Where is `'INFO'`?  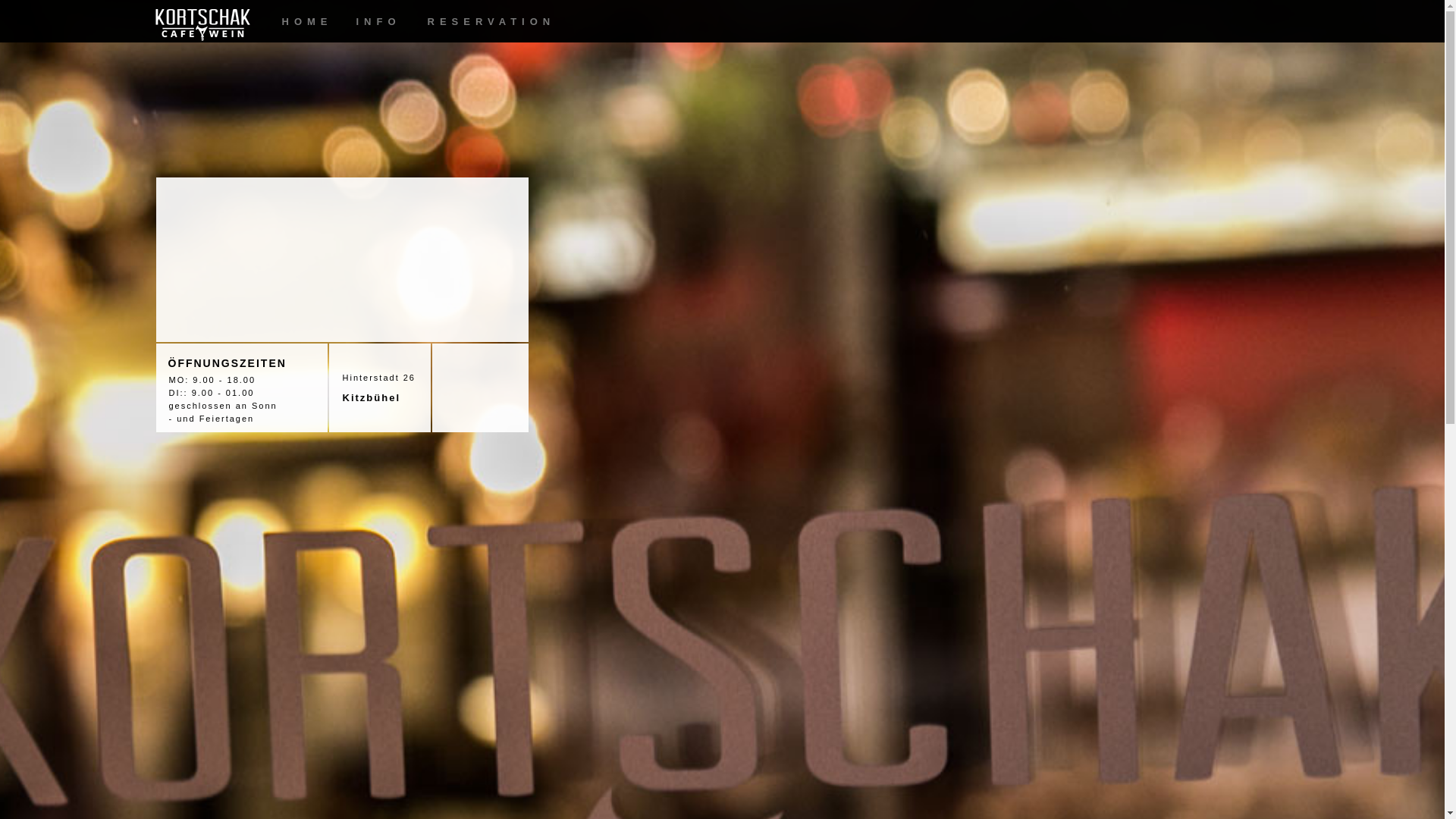
'INFO' is located at coordinates (338, 22).